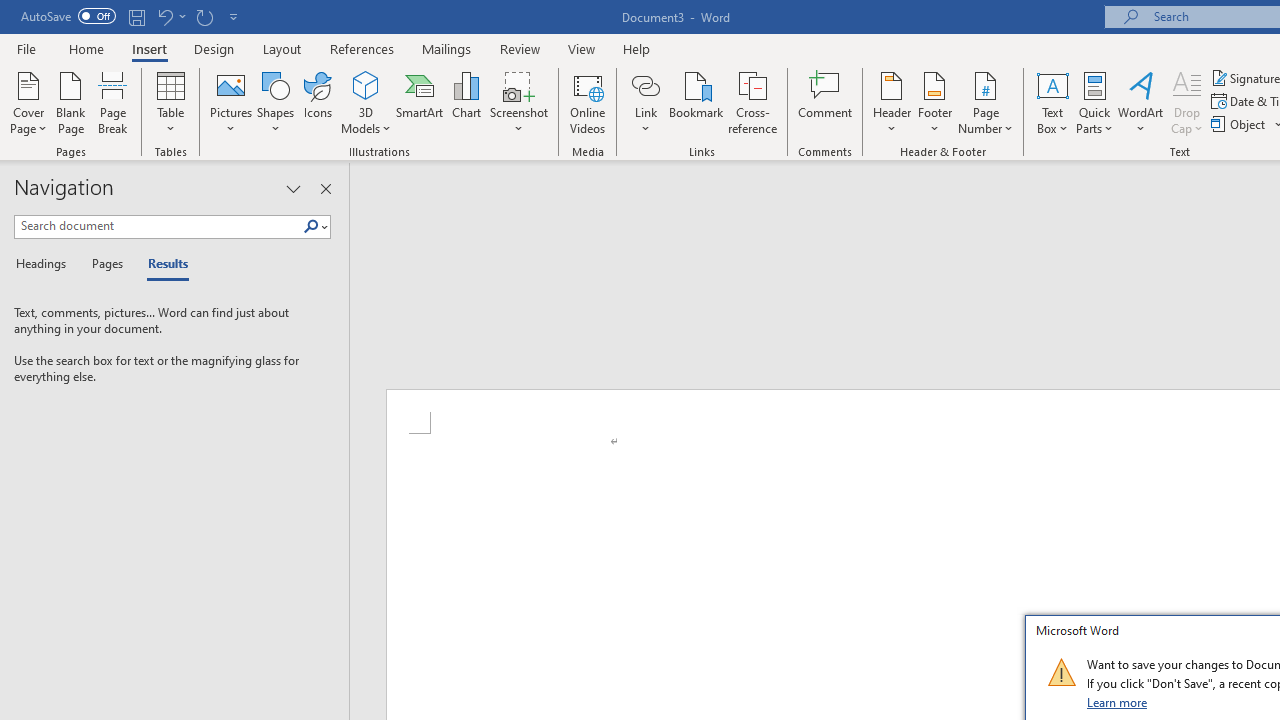 The height and width of the screenshot is (720, 1280). What do you see at coordinates (825, 103) in the screenshot?
I see `'Comment'` at bounding box center [825, 103].